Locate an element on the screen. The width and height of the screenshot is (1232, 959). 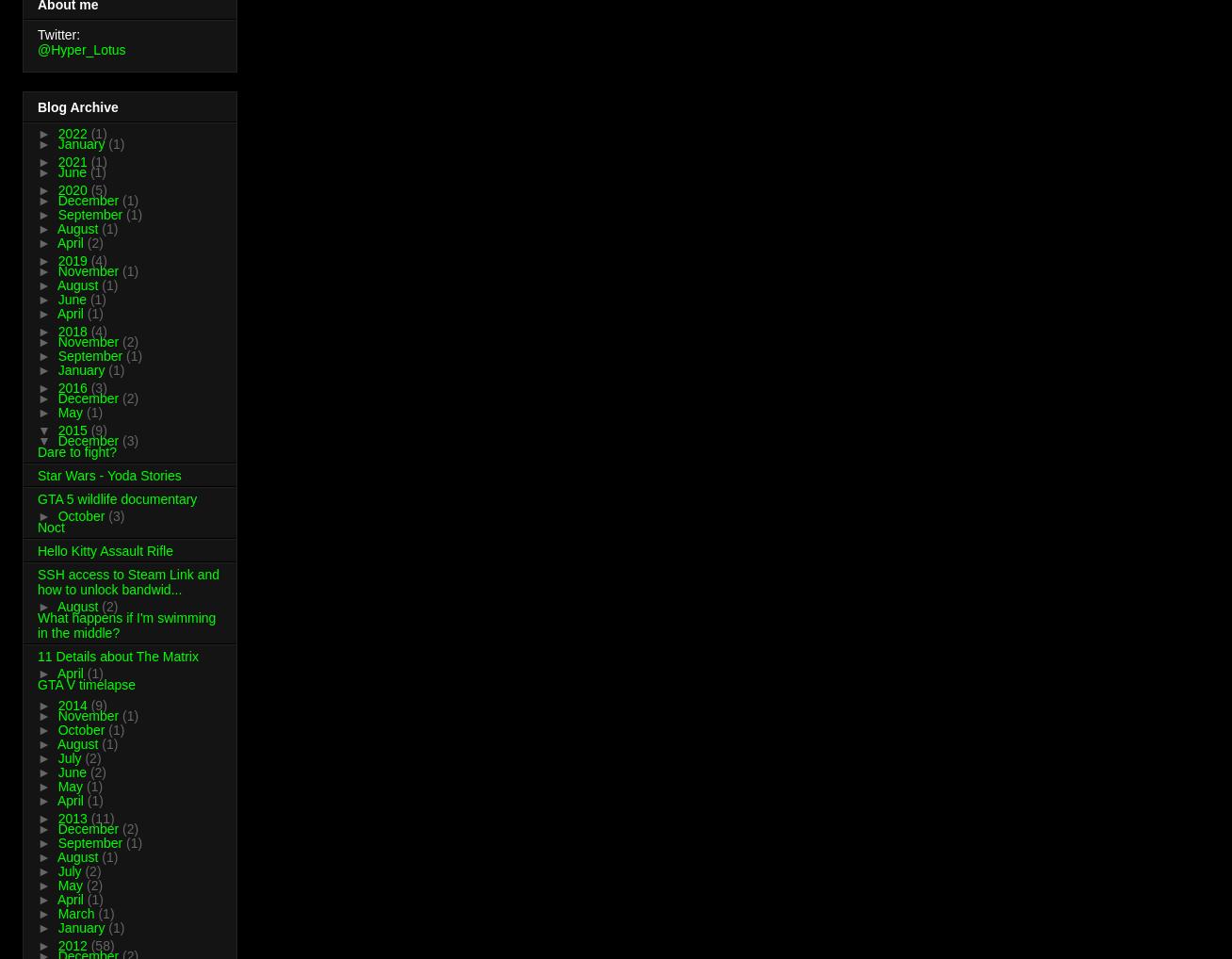
'2013' is located at coordinates (73, 818).